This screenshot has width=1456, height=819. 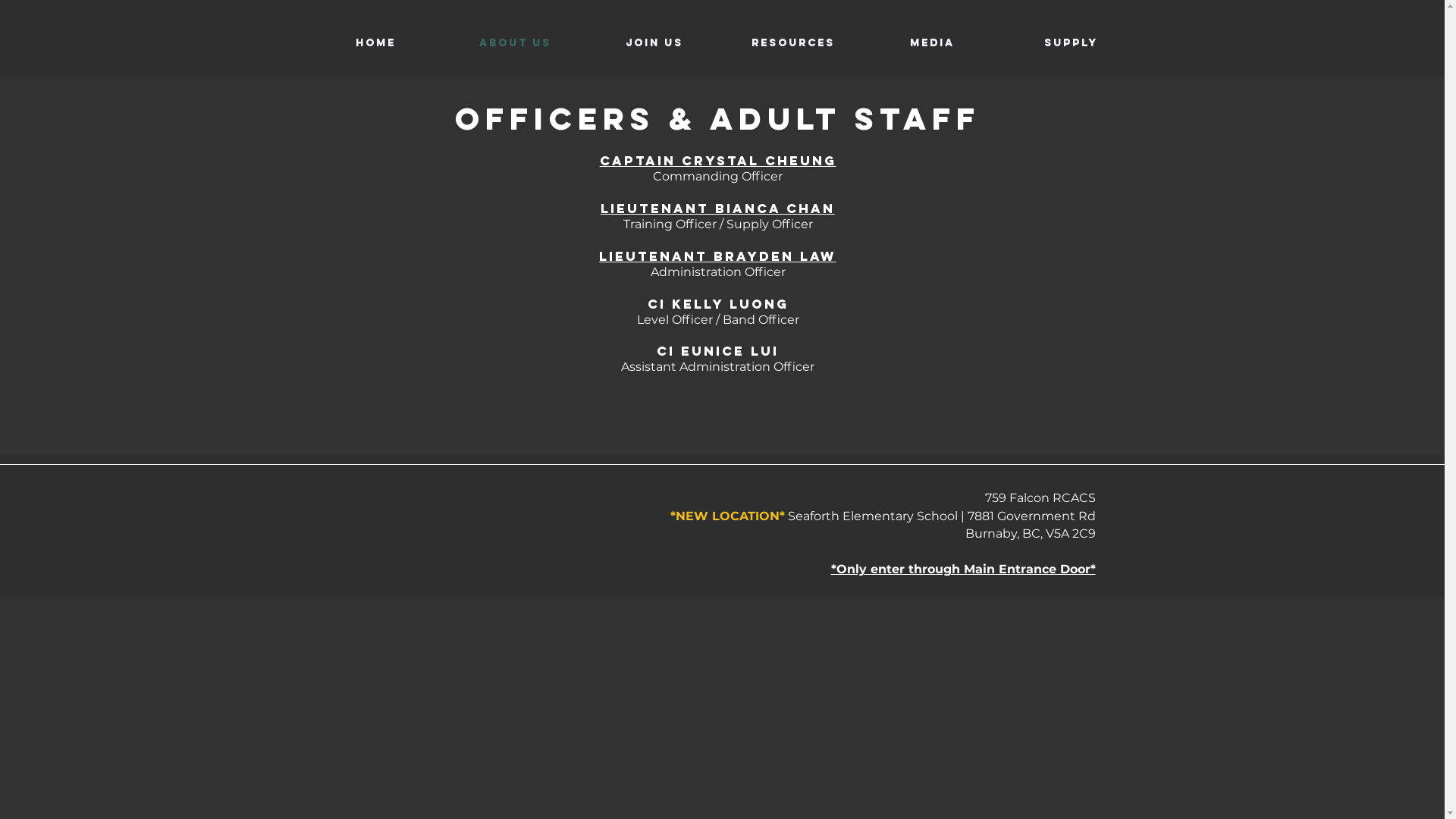 I want to click on 'Join us', so click(x=585, y=42).